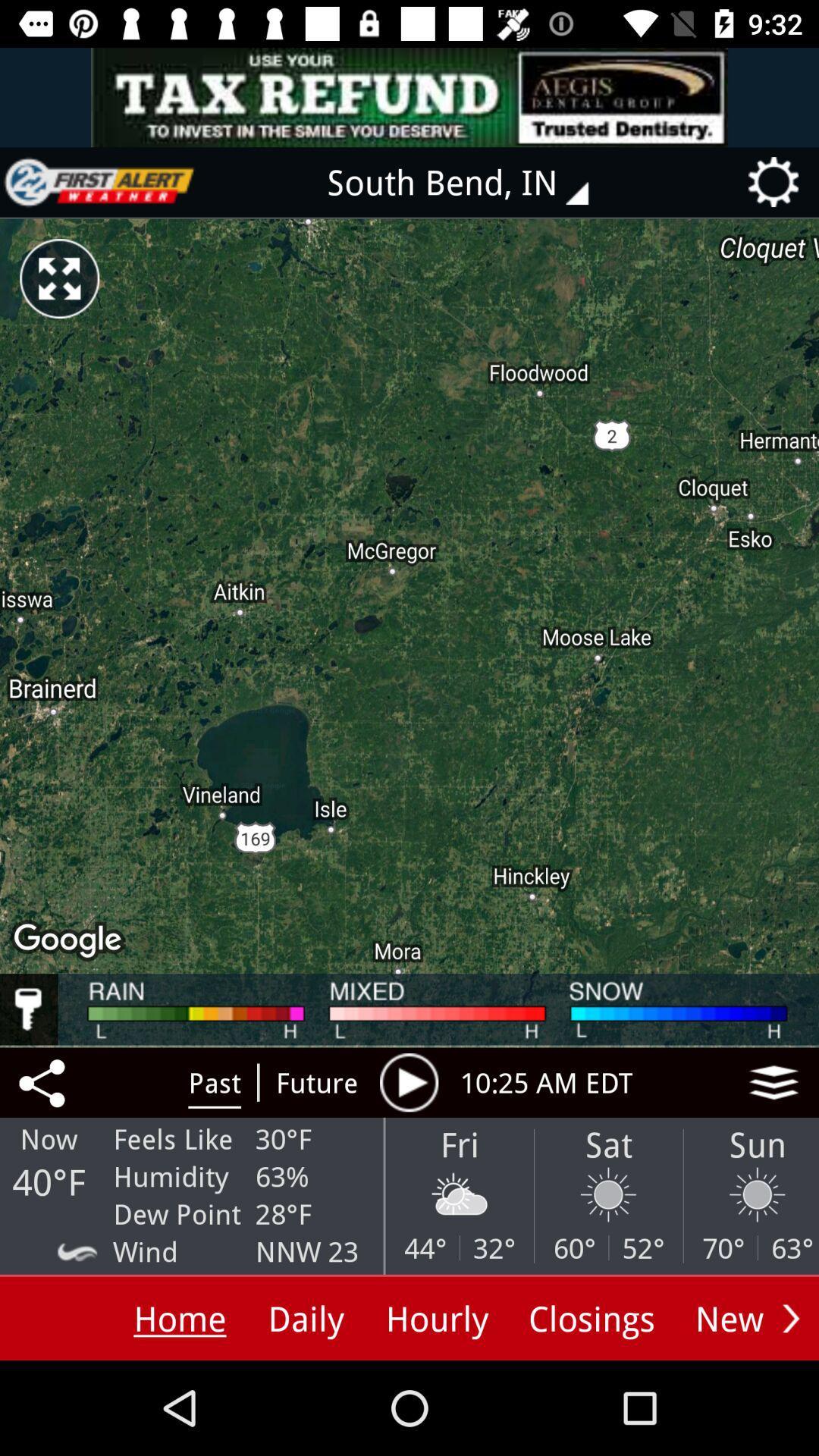 This screenshot has height=1456, width=819. Describe the element at coordinates (408, 1081) in the screenshot. I see `option` at that location.